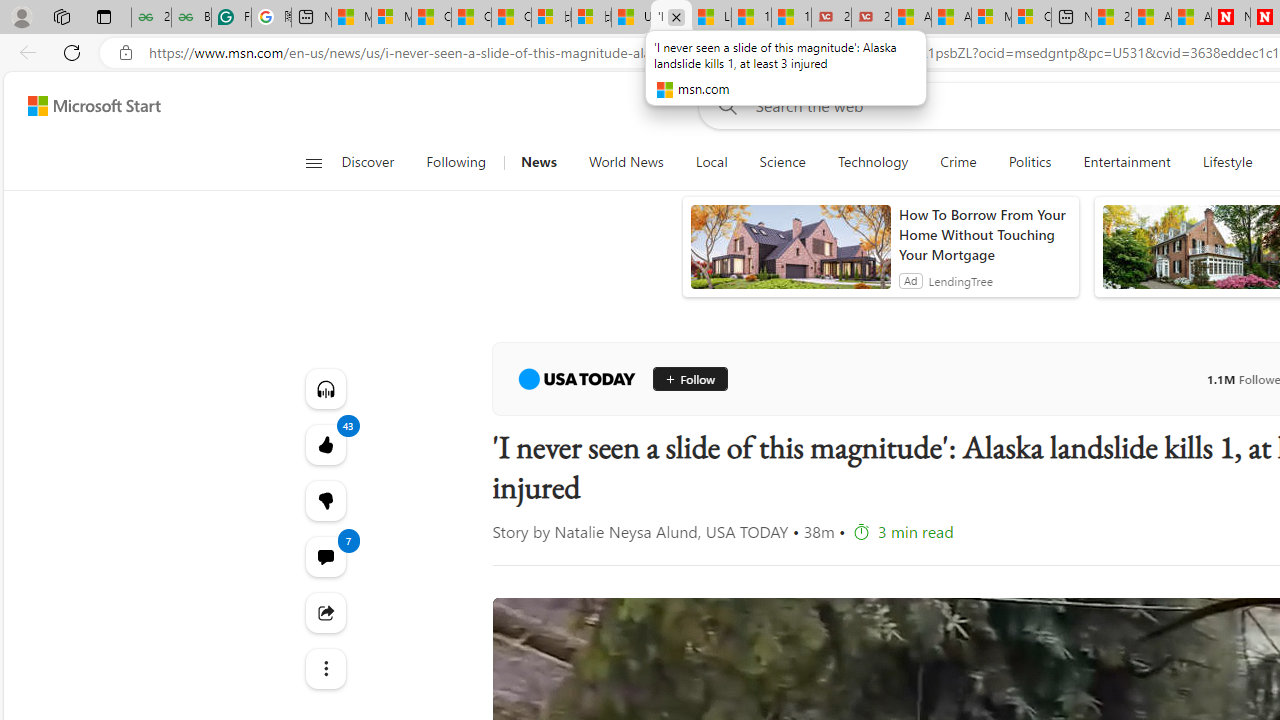 The width and height of the screenshot is (1280, 720). What do you see at coordinates (325, 443) in the screenshot?
I see `'43 Like'` at bounding box center [325, 443].